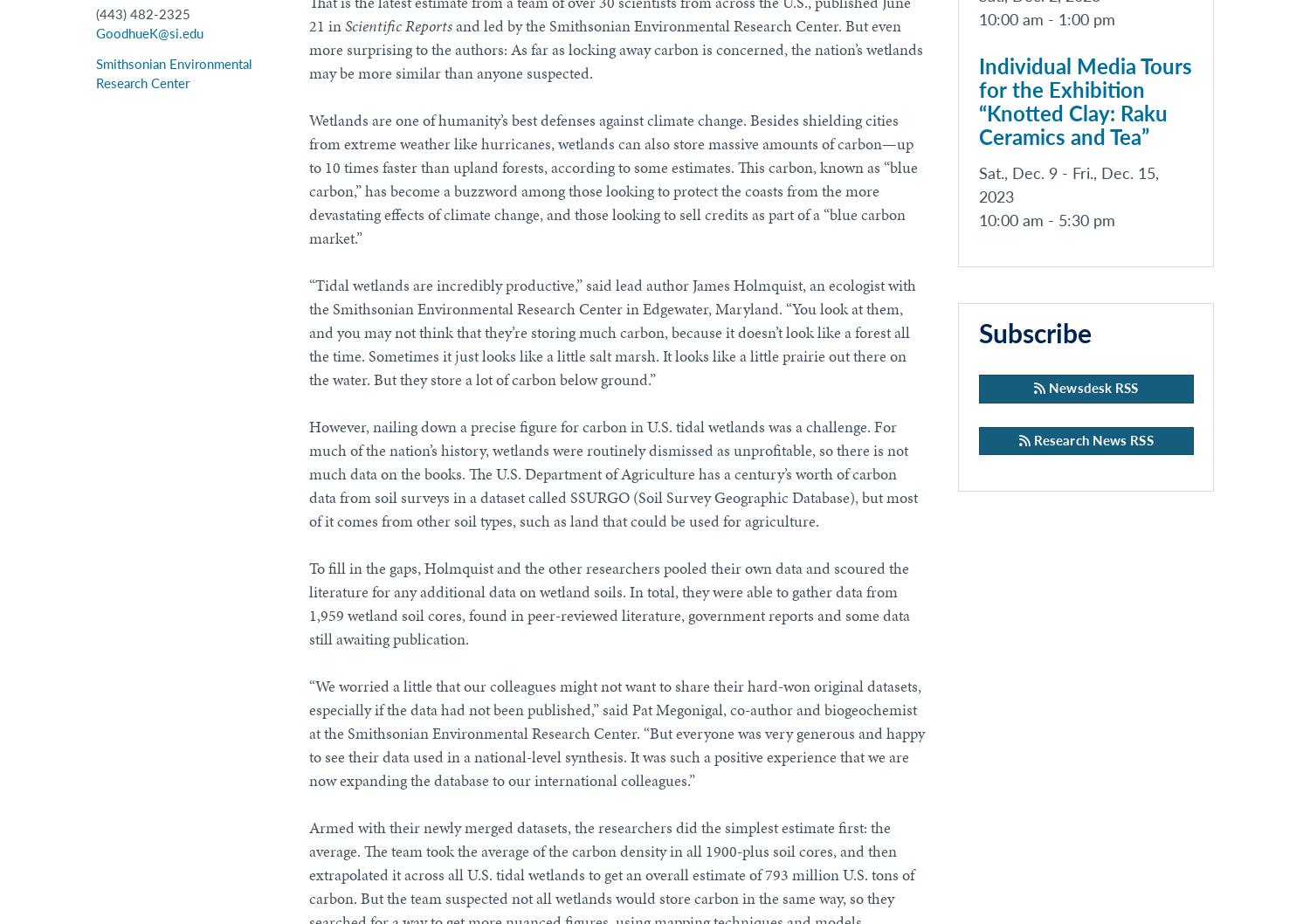 The image size is (1310, 924). I want to click on 'Research News RSS', so click(1090, 441).